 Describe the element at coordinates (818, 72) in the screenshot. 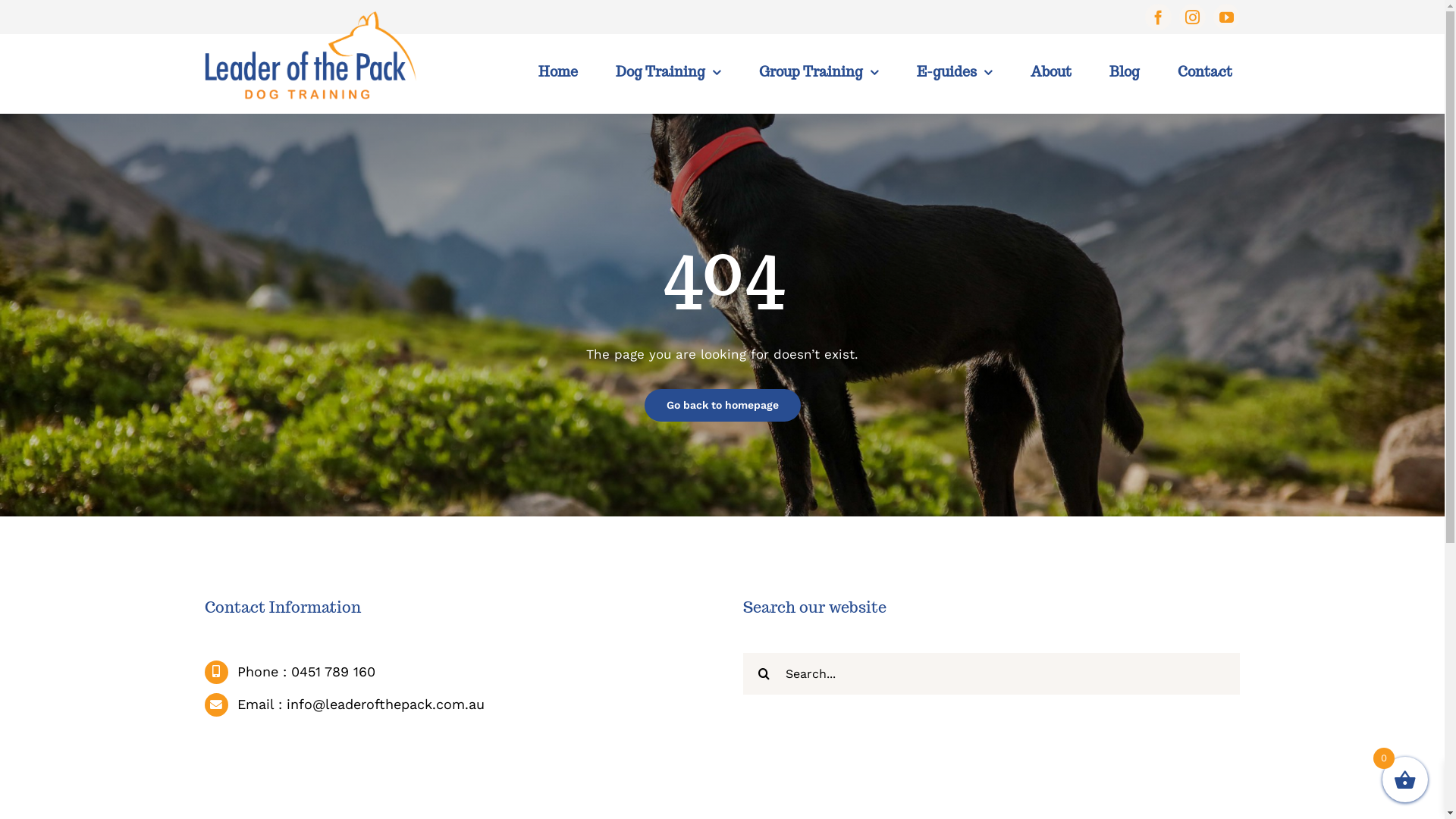

I see `'Group Training'` at that location.